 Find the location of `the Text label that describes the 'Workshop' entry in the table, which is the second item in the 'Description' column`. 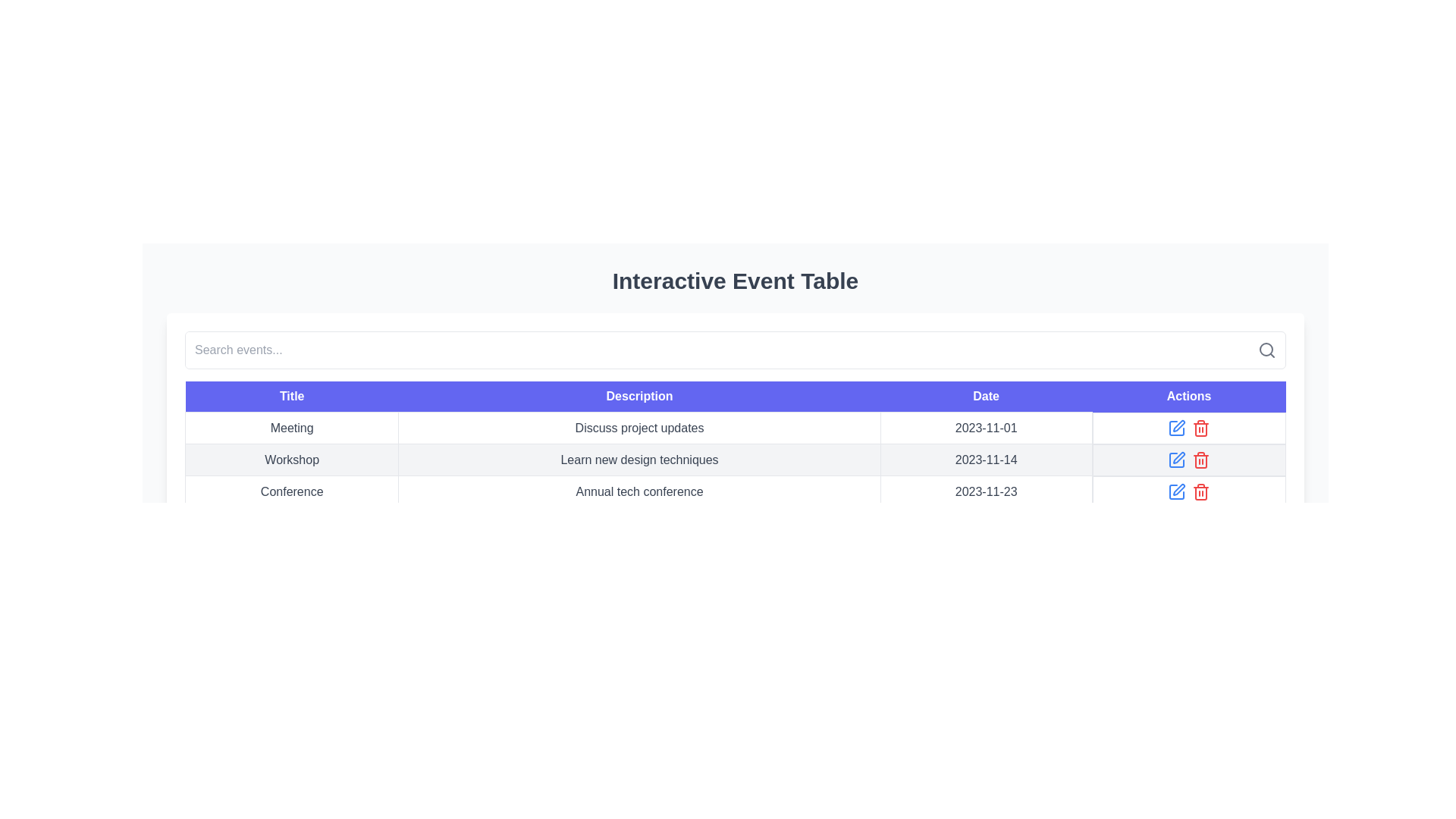

the Text label that describes the 'Workshop' entry in the table, which is the second item in the 'Description' column is located at coordinates (639, 459).